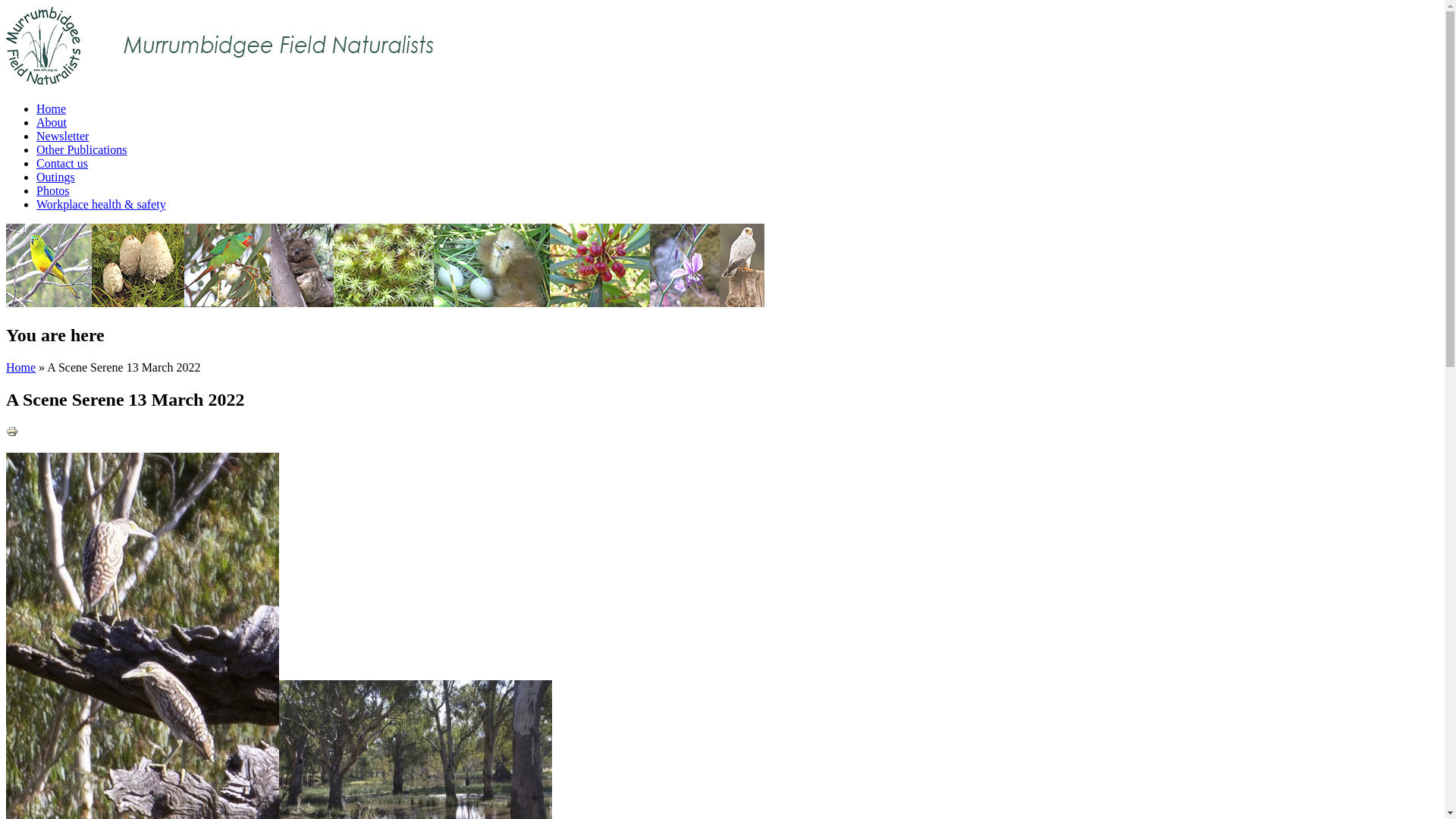  I want to click on 'Outings', so click(55, 176).